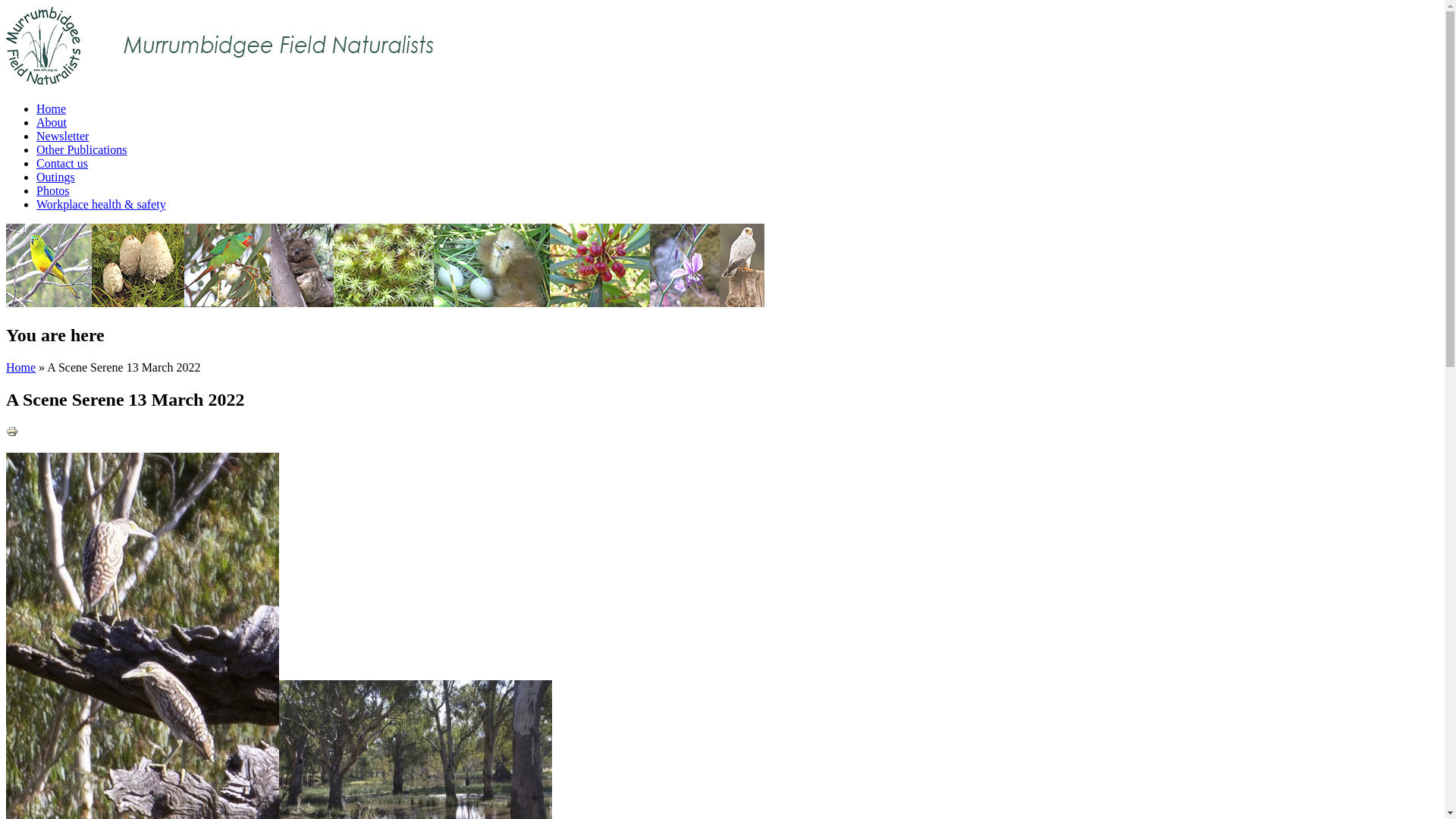  I want to click on 'Outings', so click(55, 176).